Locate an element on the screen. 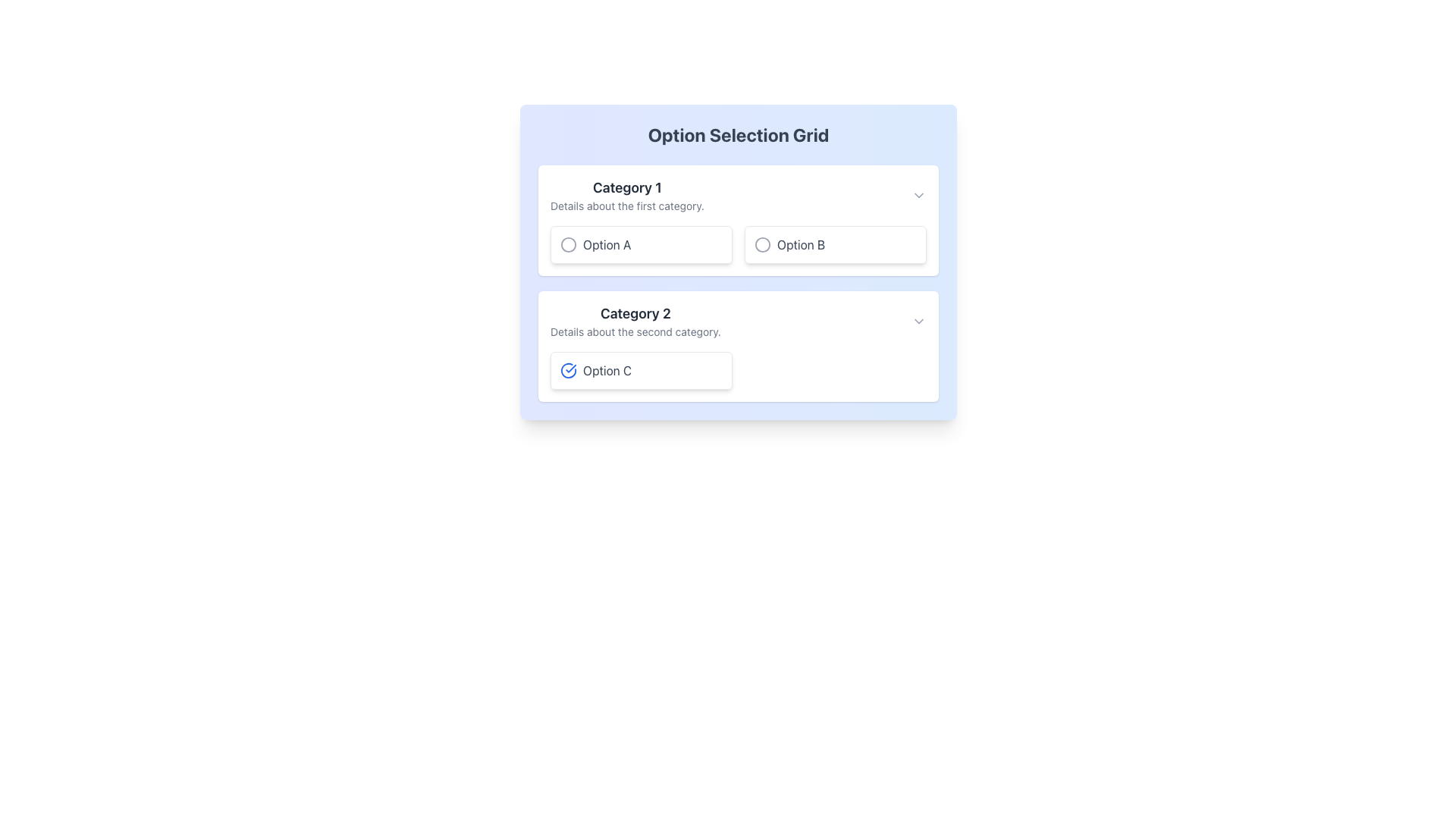  the text label that serves as the title for the 'Category 1' section, which is positioned at the top-left corner of this section is located at coordinates (627, 187).